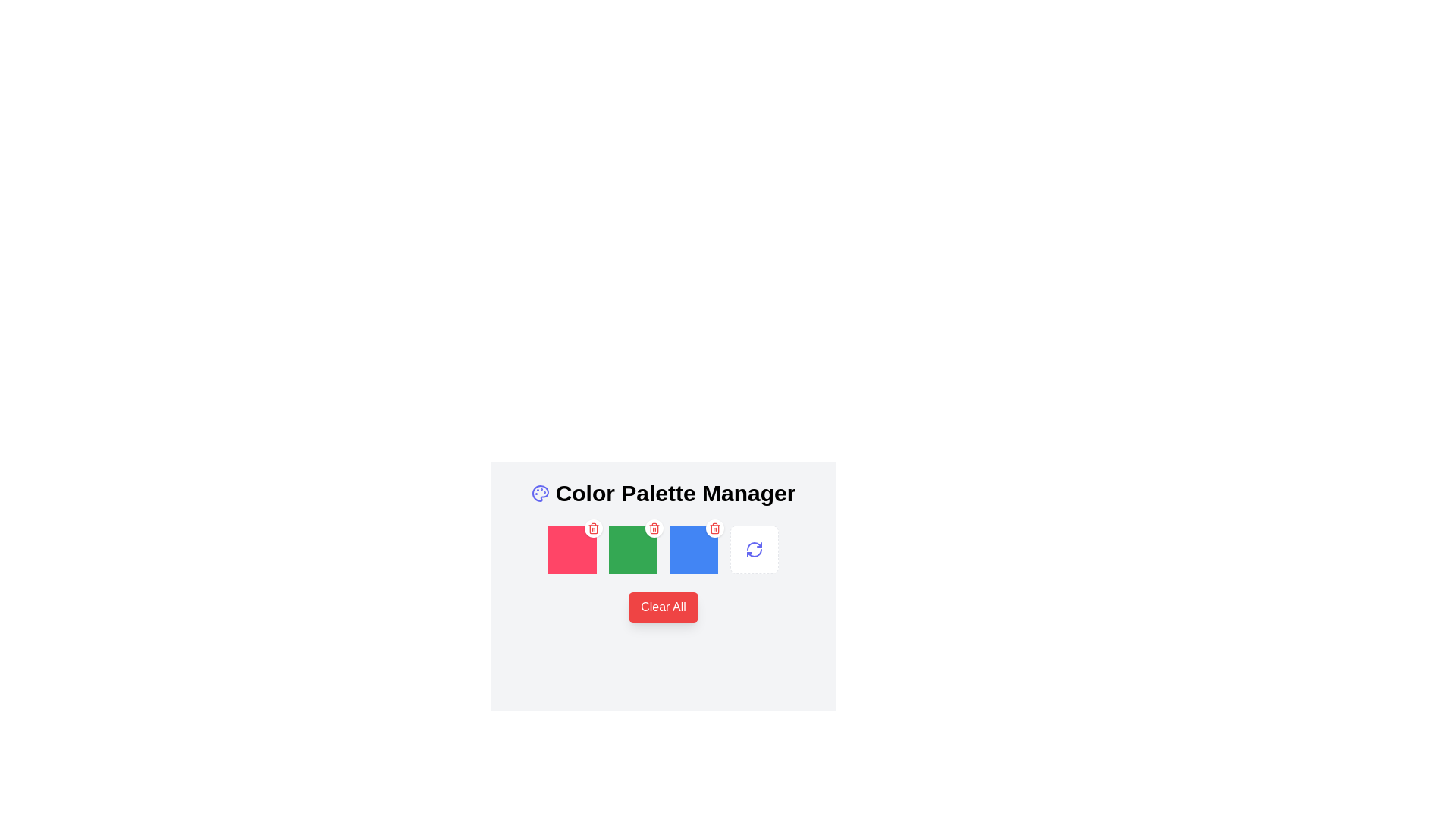 Image resolution: width=1456 pixels, height=819 pixels. I want to click on the first color swatch with a bright pink-red background located below the 'Color Palette Manager' heading, so click(571, 550).